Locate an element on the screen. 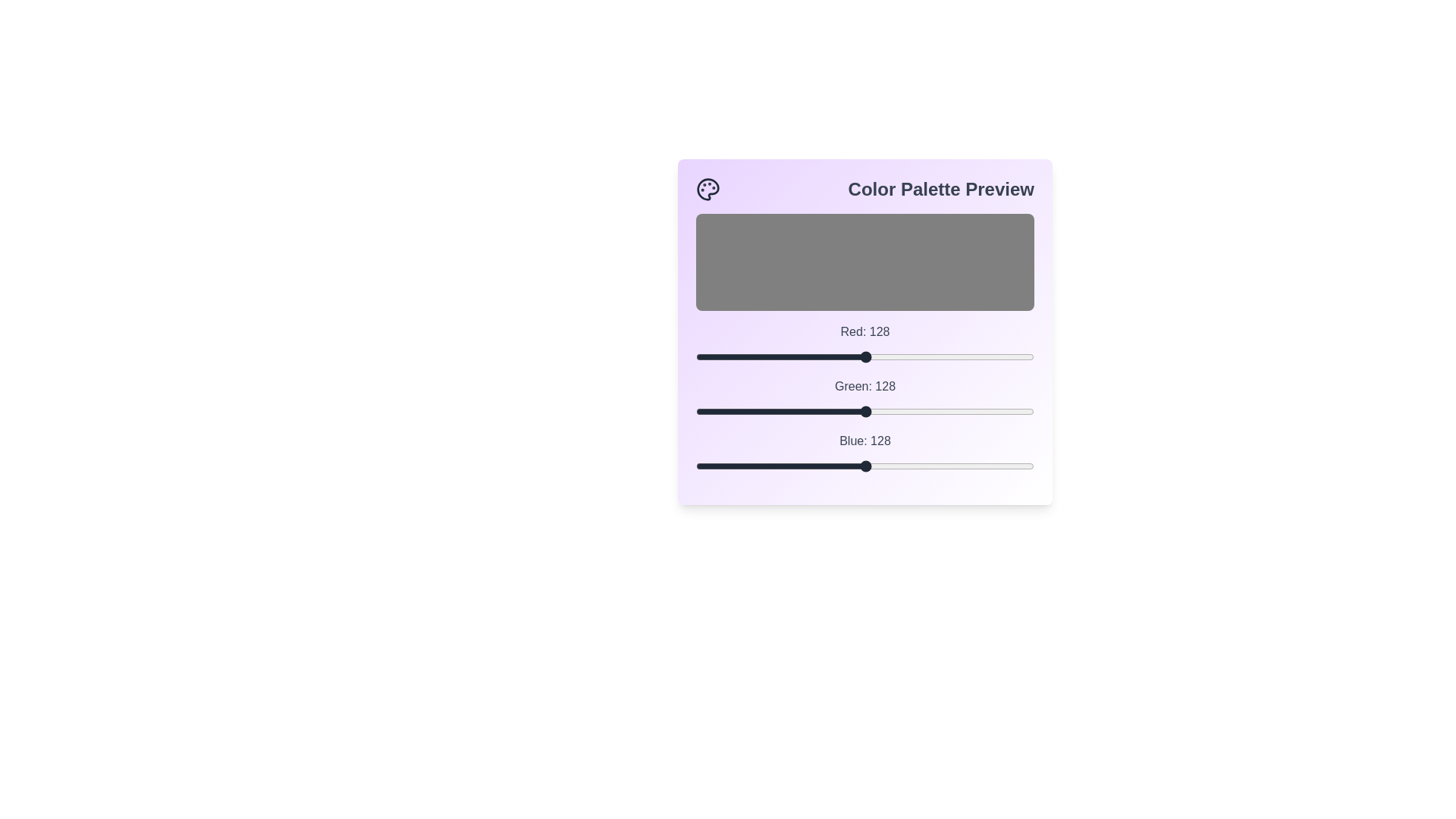 Image resolution: width=1456 pixels, height=819 pixels. the 'Blue' component range slider, which is the third slider is located at coordinates (865, 465).